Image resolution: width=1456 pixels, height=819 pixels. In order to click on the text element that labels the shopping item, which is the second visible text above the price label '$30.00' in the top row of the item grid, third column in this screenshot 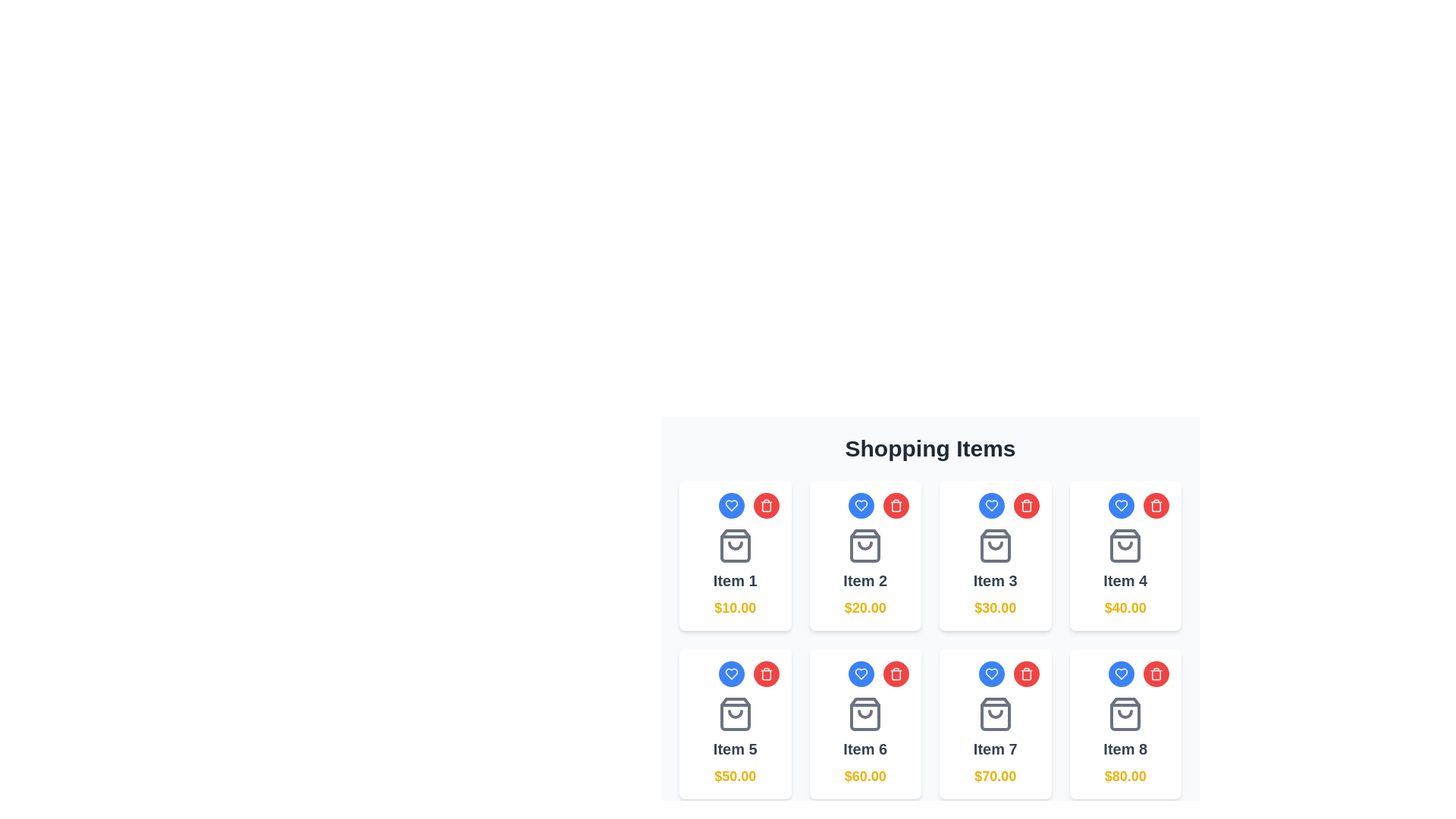, I will do `click(995, 580)`.